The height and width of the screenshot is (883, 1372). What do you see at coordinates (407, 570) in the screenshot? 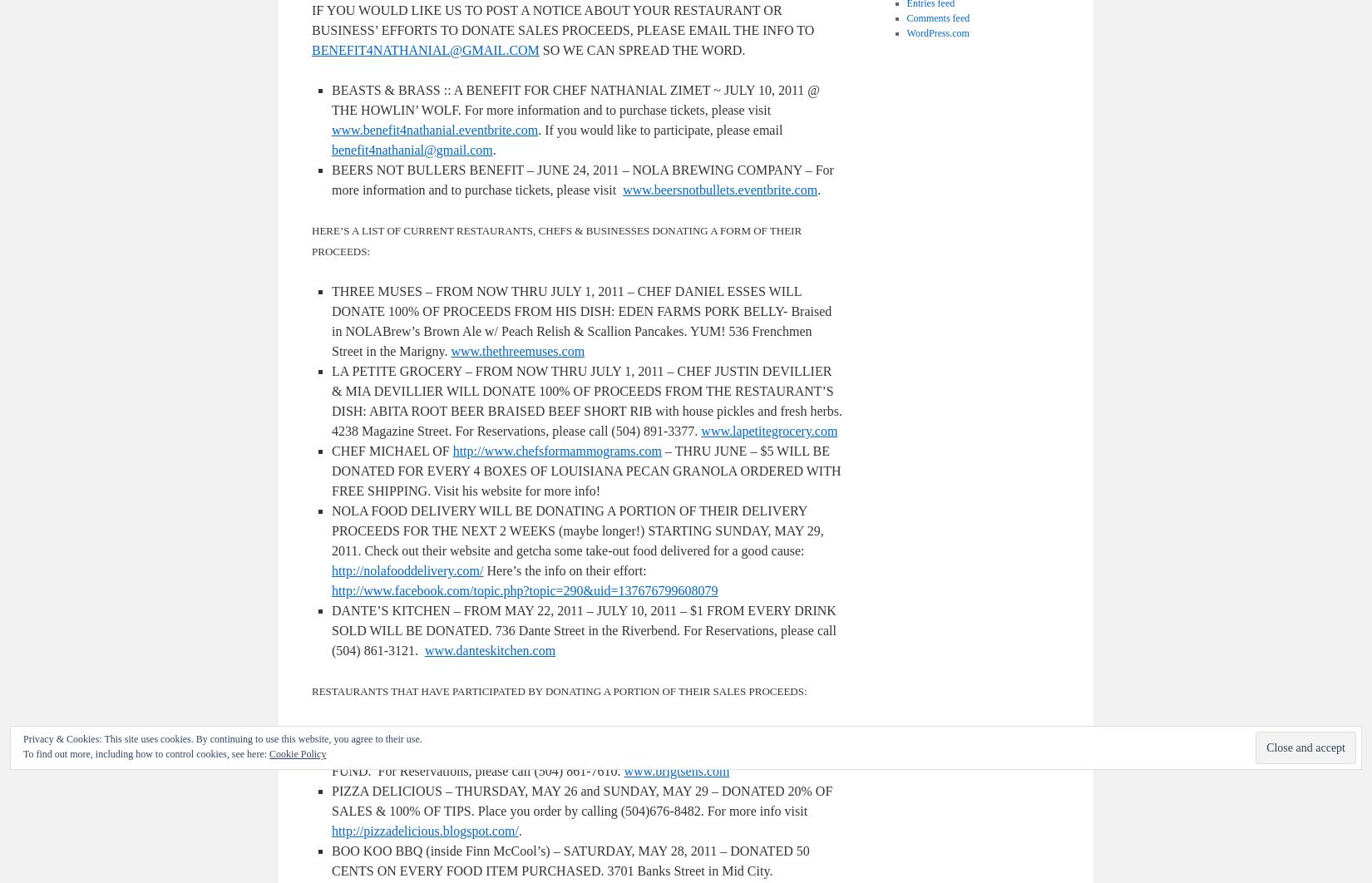
I see `'http://nolafooddelivery.com/'` at bounding box center [407, 570].